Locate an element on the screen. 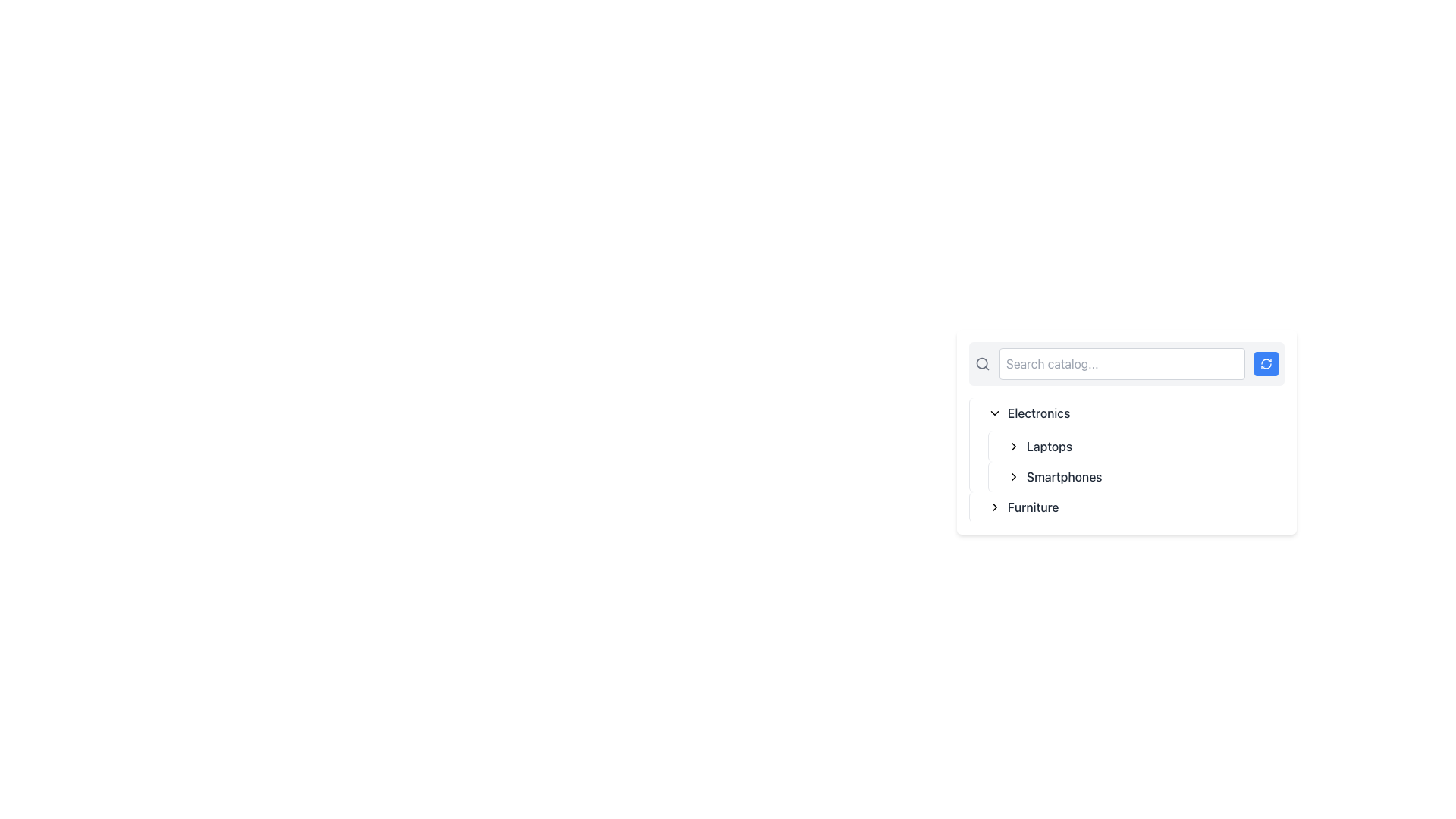  the refresh icon, which is styled as two curved arrows forming a circular pattern, located within a blue rounded rectangular button to refresh the content is located at coordinates (1266, 363).